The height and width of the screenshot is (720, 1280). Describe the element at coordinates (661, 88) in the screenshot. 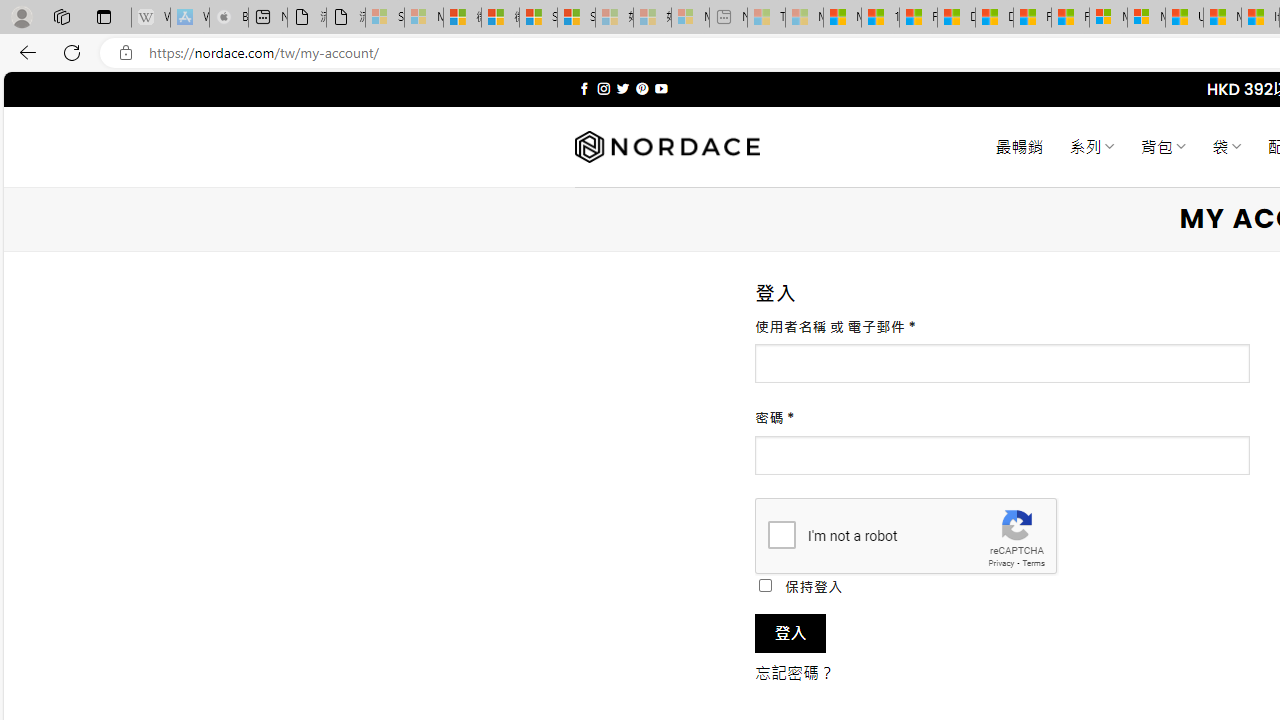

I see `'Follow on YouTube'` at that location.